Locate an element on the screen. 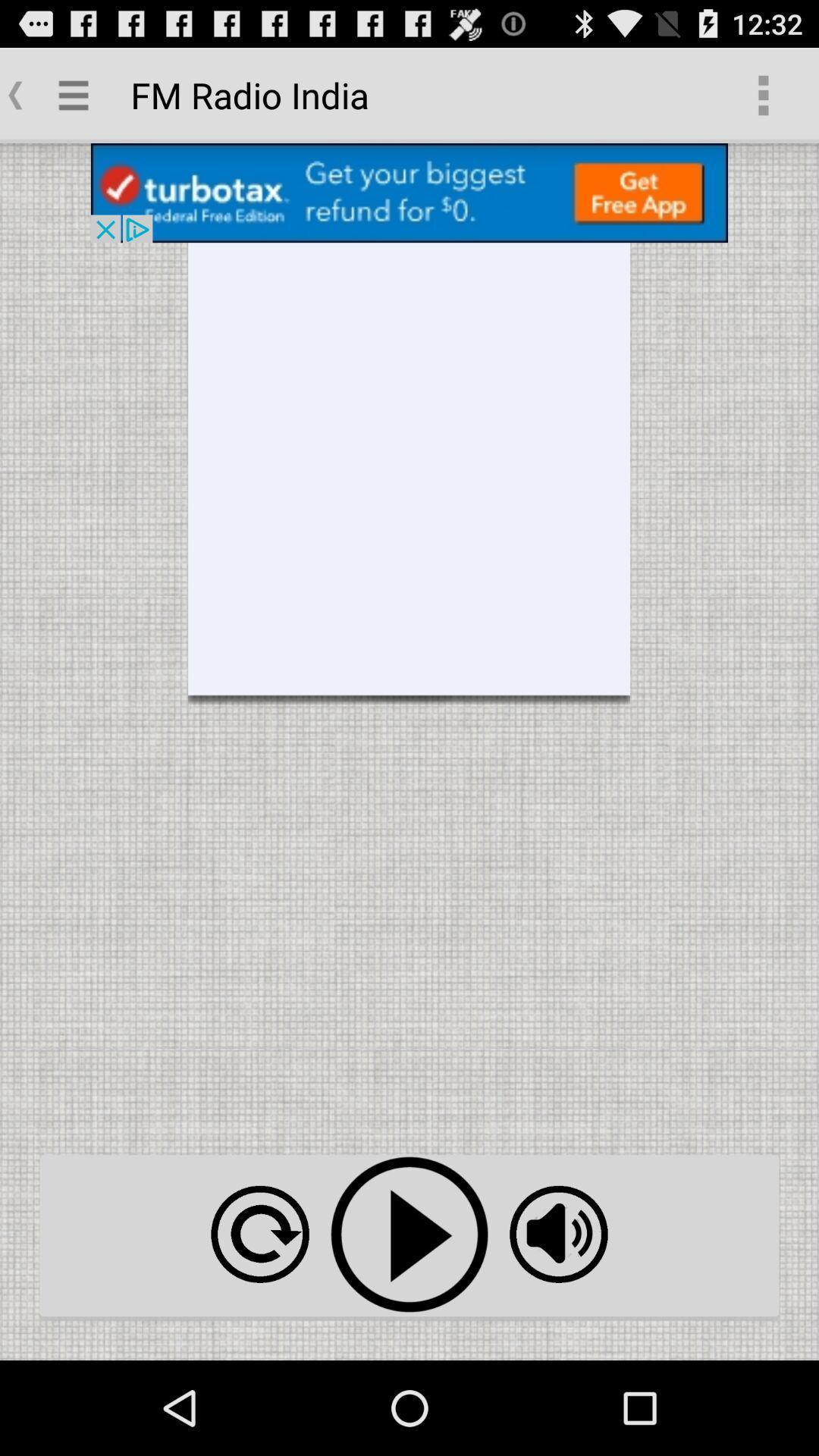 This screenshot has height=1456, width=819. refresh is located at coordinates (259, 1234).